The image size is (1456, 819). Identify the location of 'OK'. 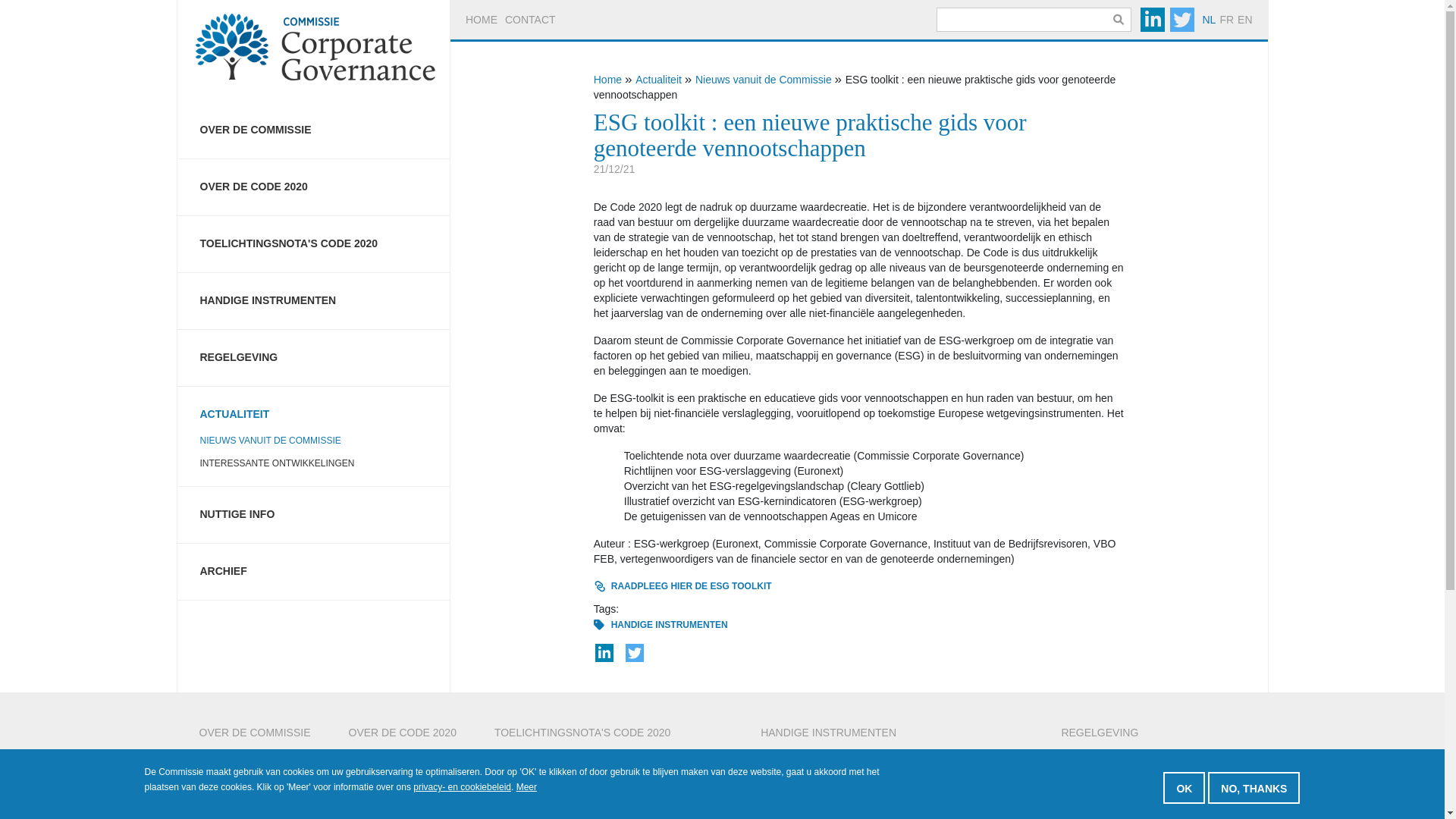
(1183, 786).